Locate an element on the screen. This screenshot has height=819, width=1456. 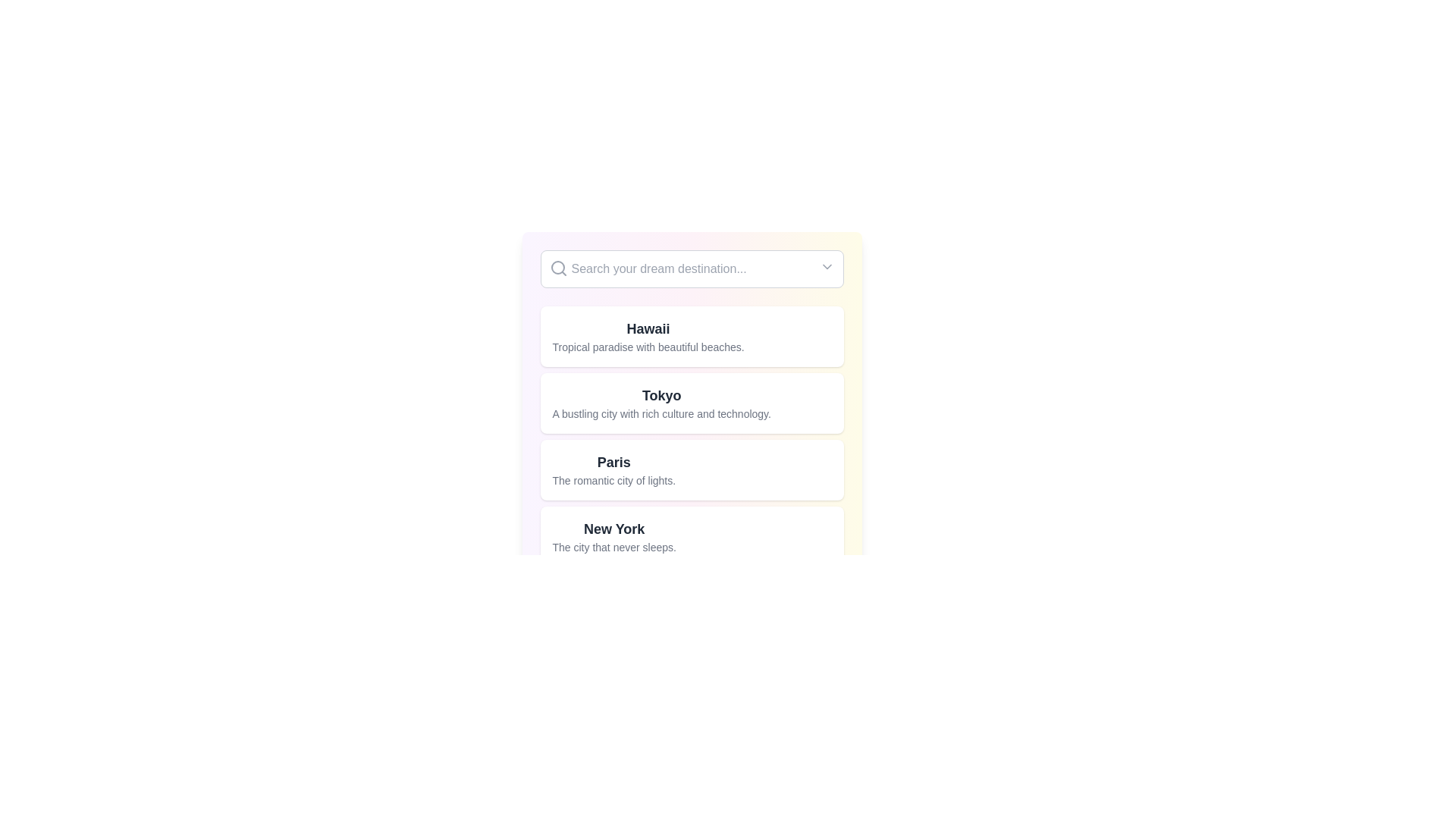
descriptive text block located directly below the 'New York' text, aligned to its left edge within the destination listing section is located at coordinates (614, 547).